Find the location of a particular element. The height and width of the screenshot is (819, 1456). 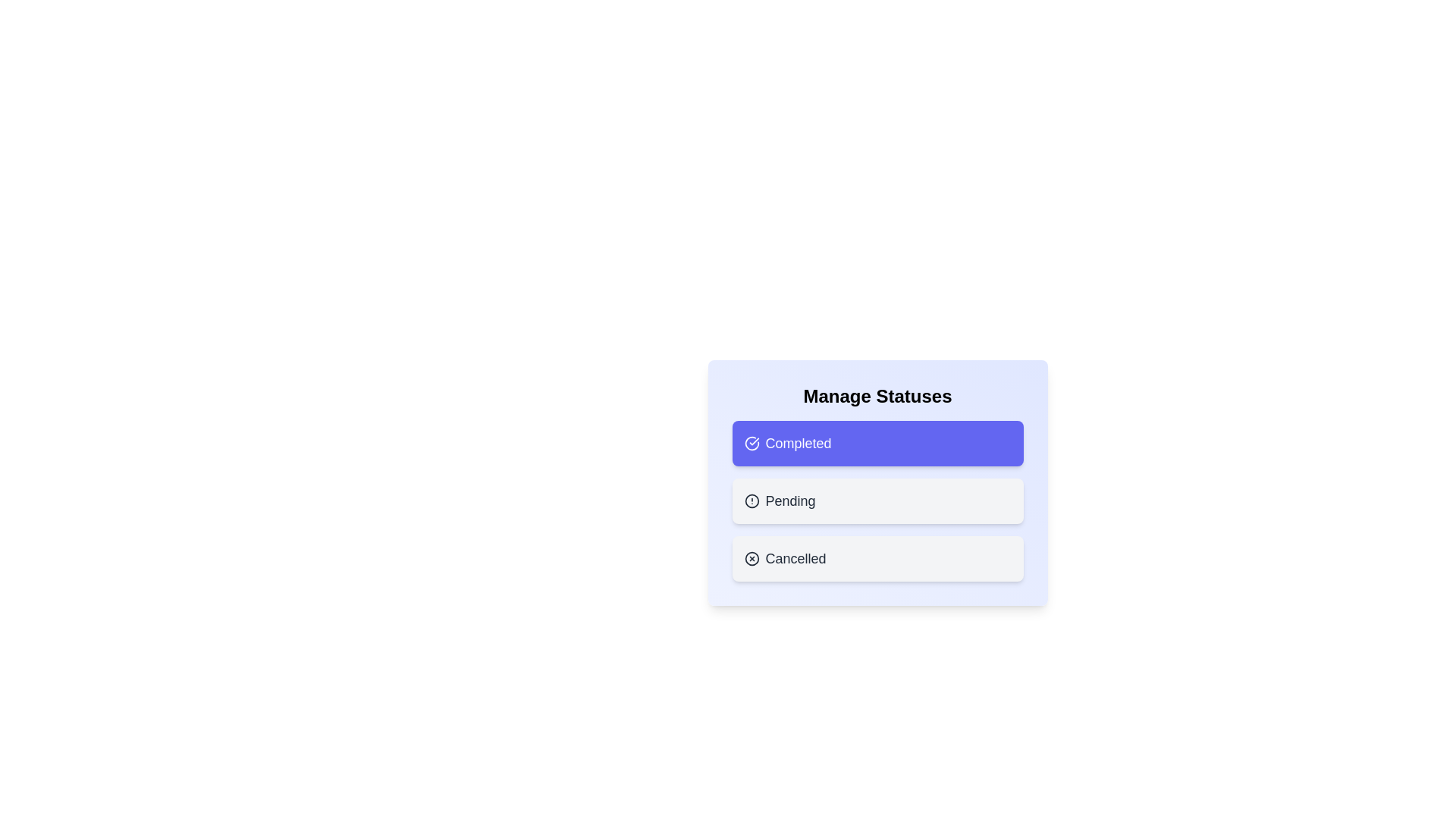

the status chip corresponding to Completed is located at coordinates (877, 444).